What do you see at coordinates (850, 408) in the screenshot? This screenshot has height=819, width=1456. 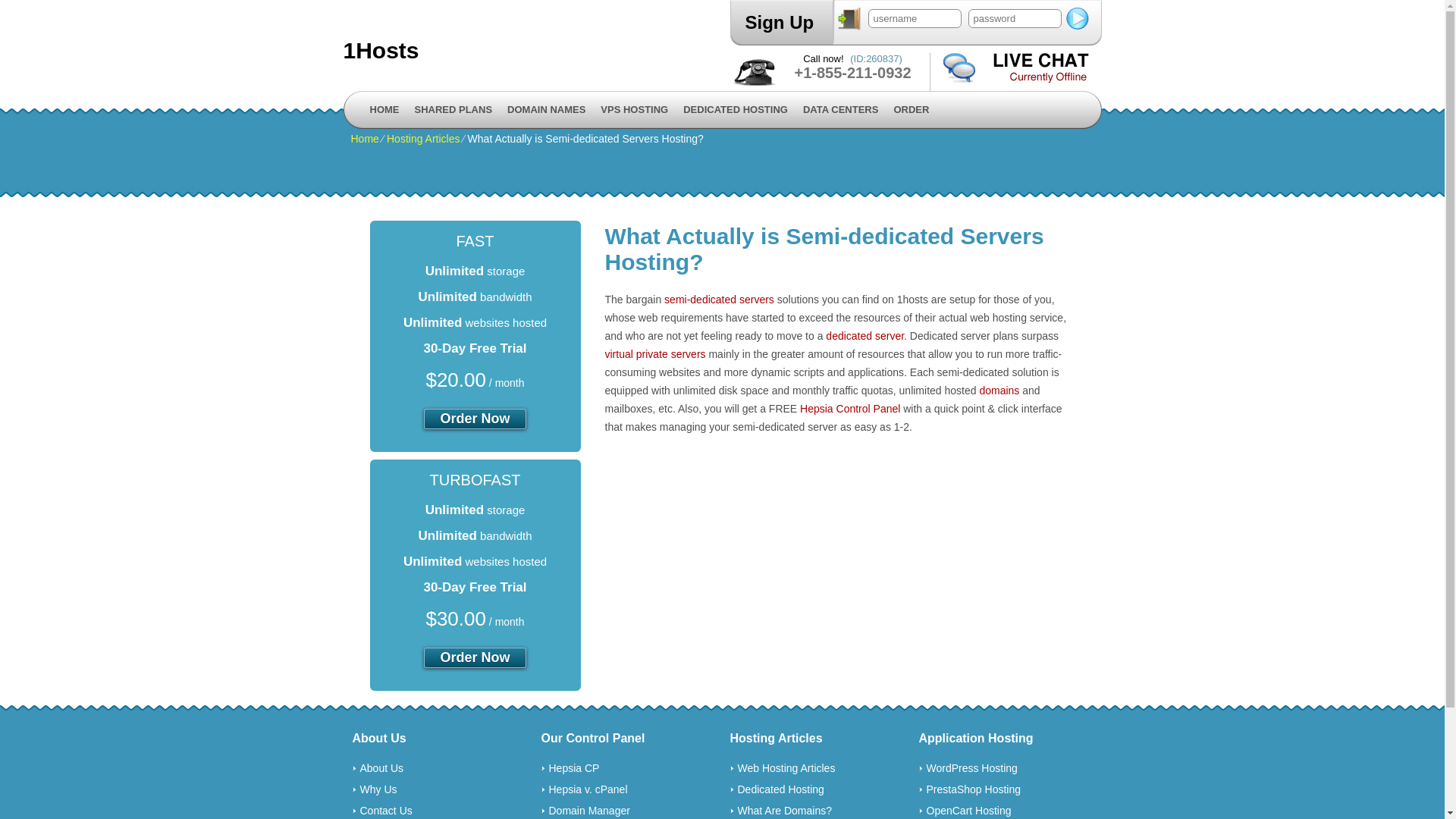 I see `'Hepsia Control Panel'` at bounding box center [850, 408].